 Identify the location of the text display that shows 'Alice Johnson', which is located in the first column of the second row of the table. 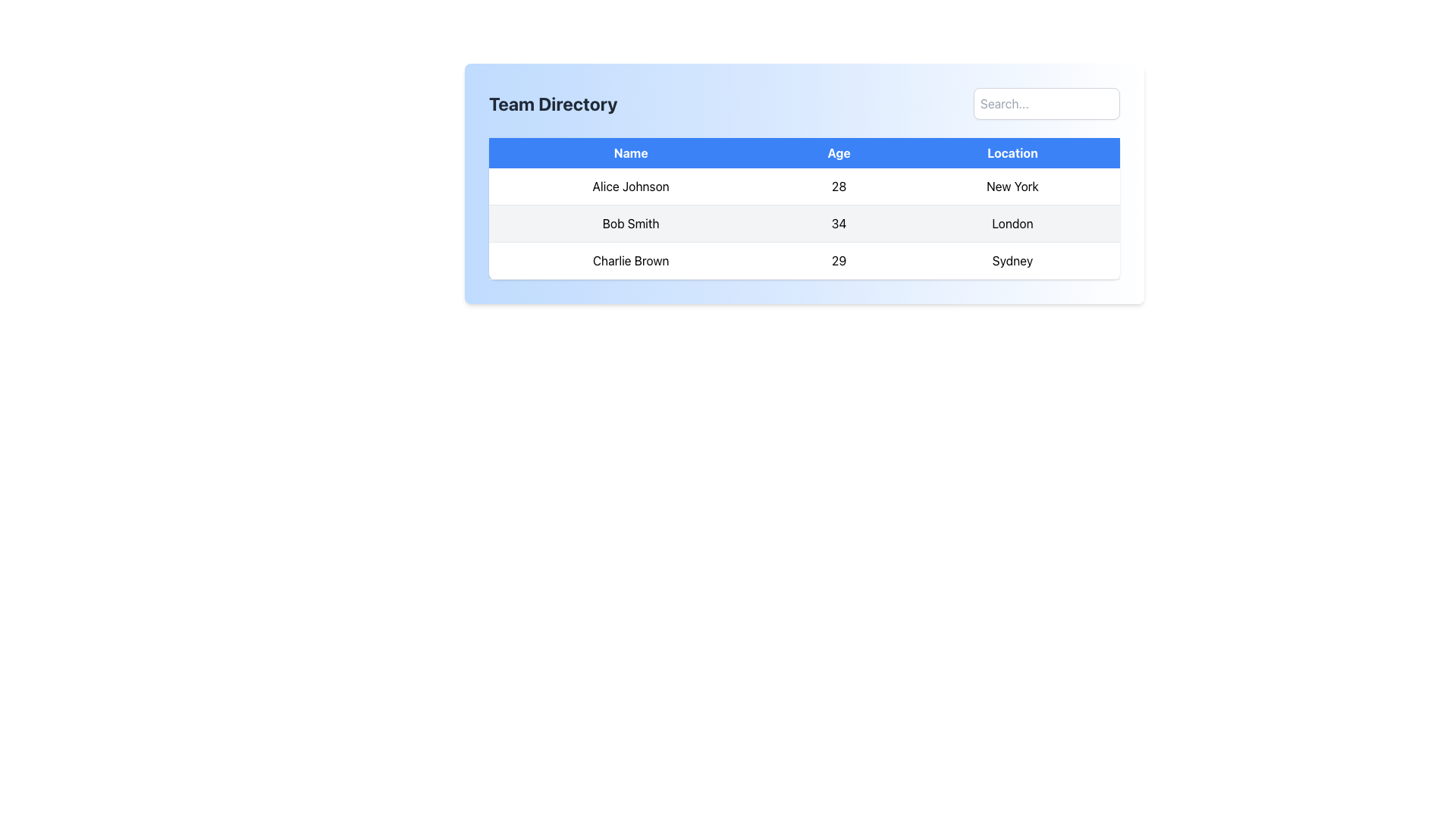
(630, 186).